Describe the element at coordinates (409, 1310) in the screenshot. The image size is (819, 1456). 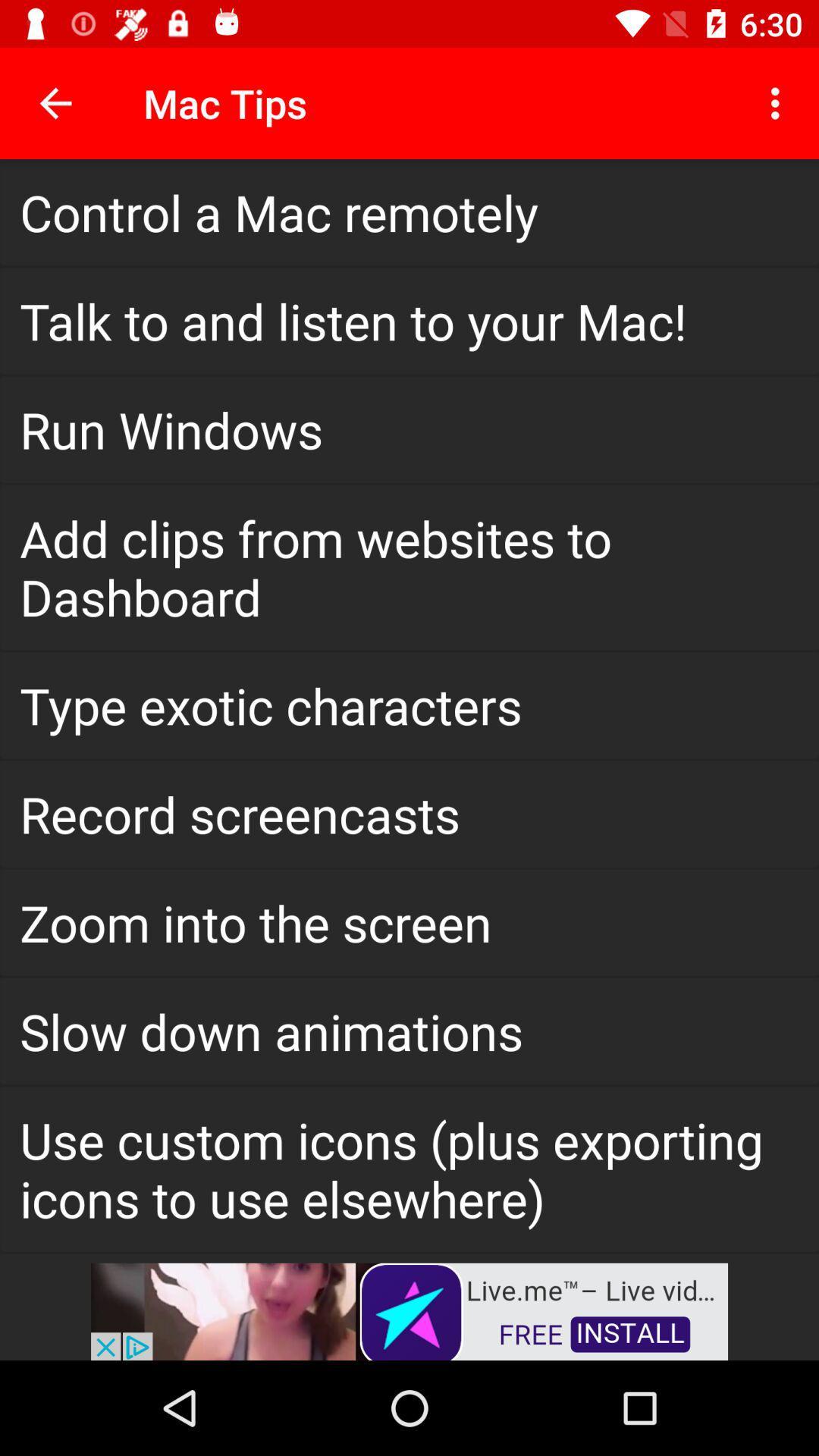
I see `install app` at that location.